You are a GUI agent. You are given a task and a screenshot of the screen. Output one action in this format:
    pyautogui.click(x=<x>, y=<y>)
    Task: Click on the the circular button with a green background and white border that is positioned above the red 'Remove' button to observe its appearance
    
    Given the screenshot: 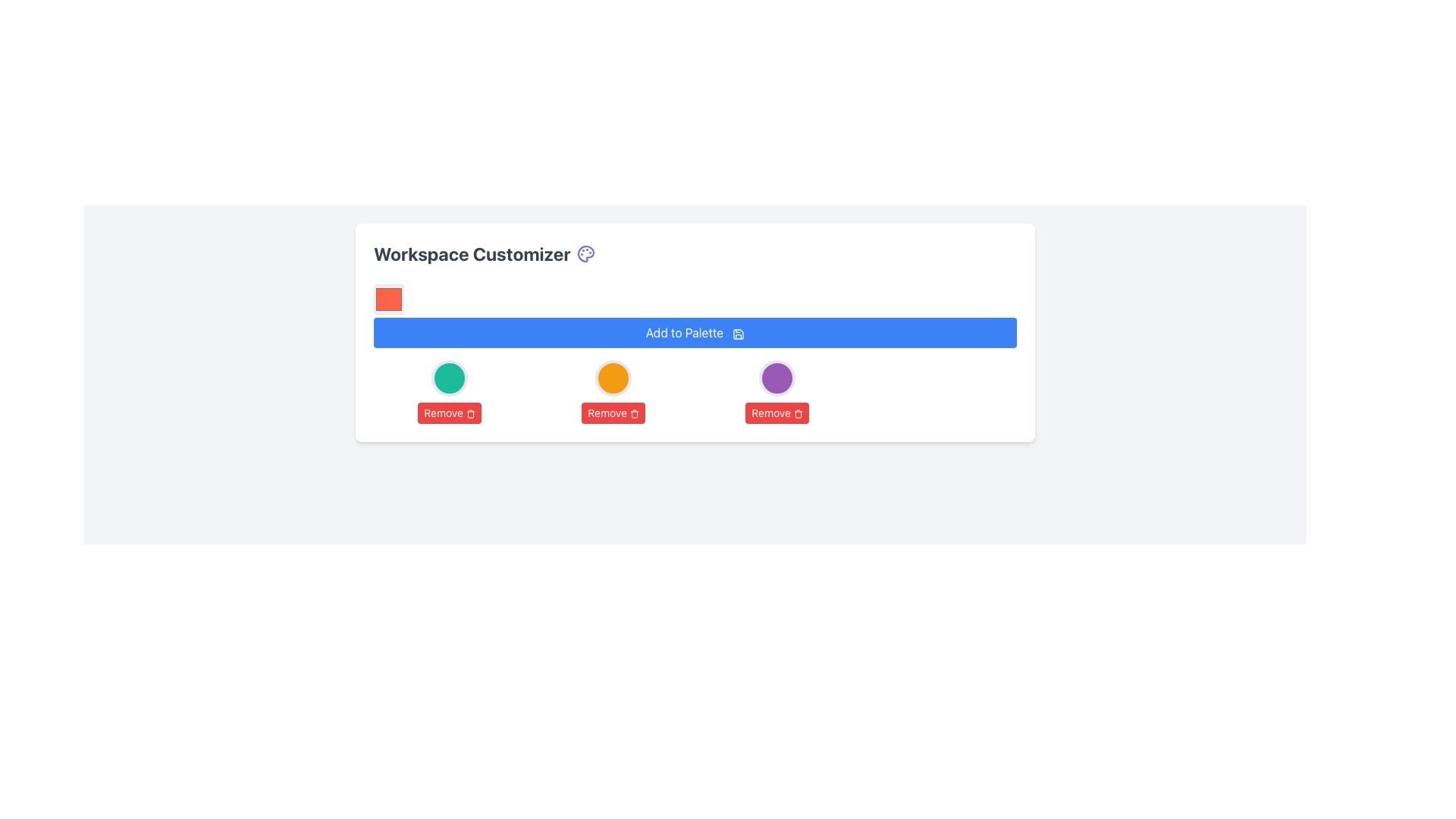 What is the action you would take?
    pyautogui.click(x=449, y=377)
    